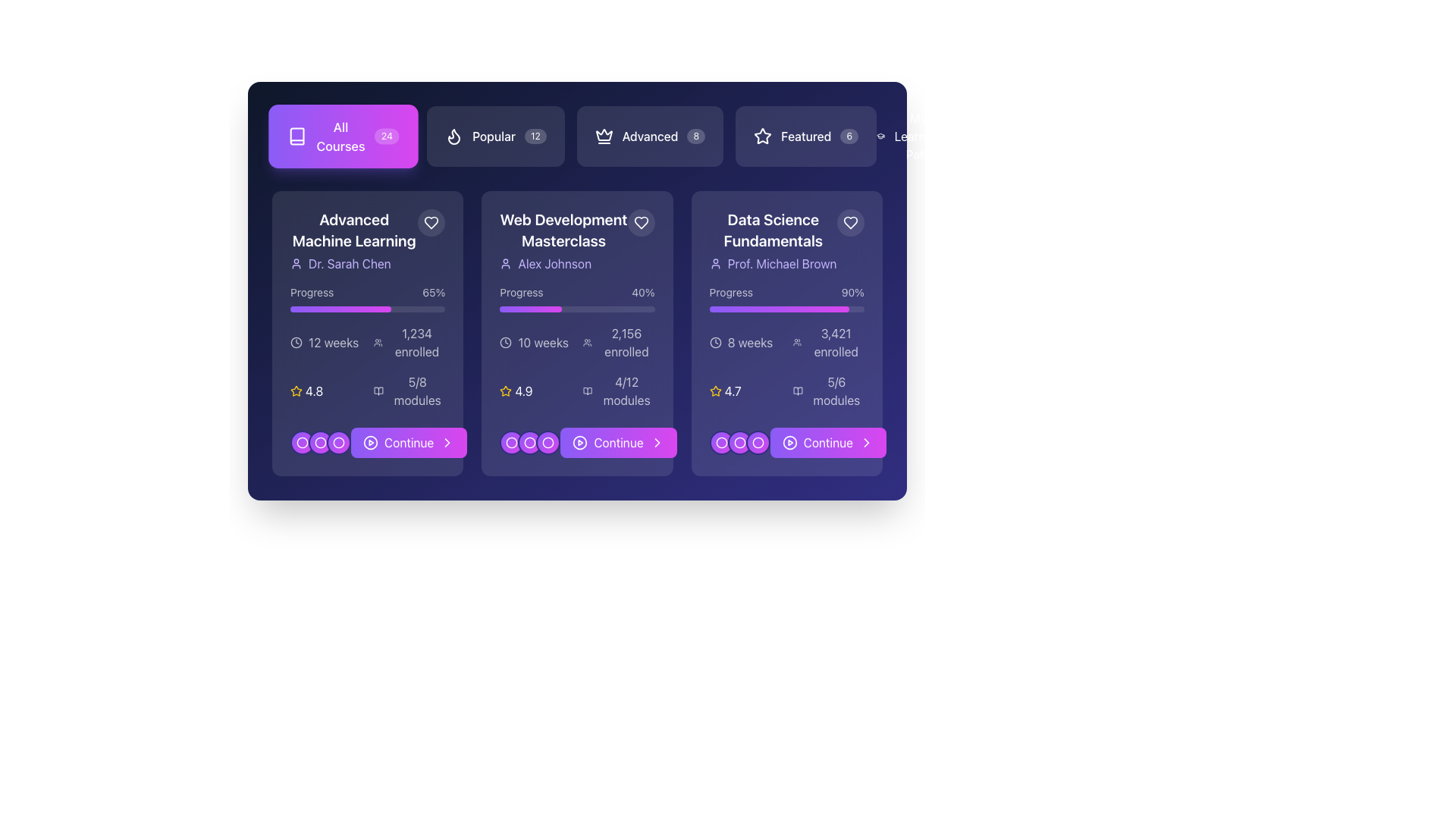 Image resolution: width=1456 pixels, height=819 pixels. I want to click on the Rating indicator located in the lower left quadrant of the second card from the left in the course items grid, so click(535, 391).